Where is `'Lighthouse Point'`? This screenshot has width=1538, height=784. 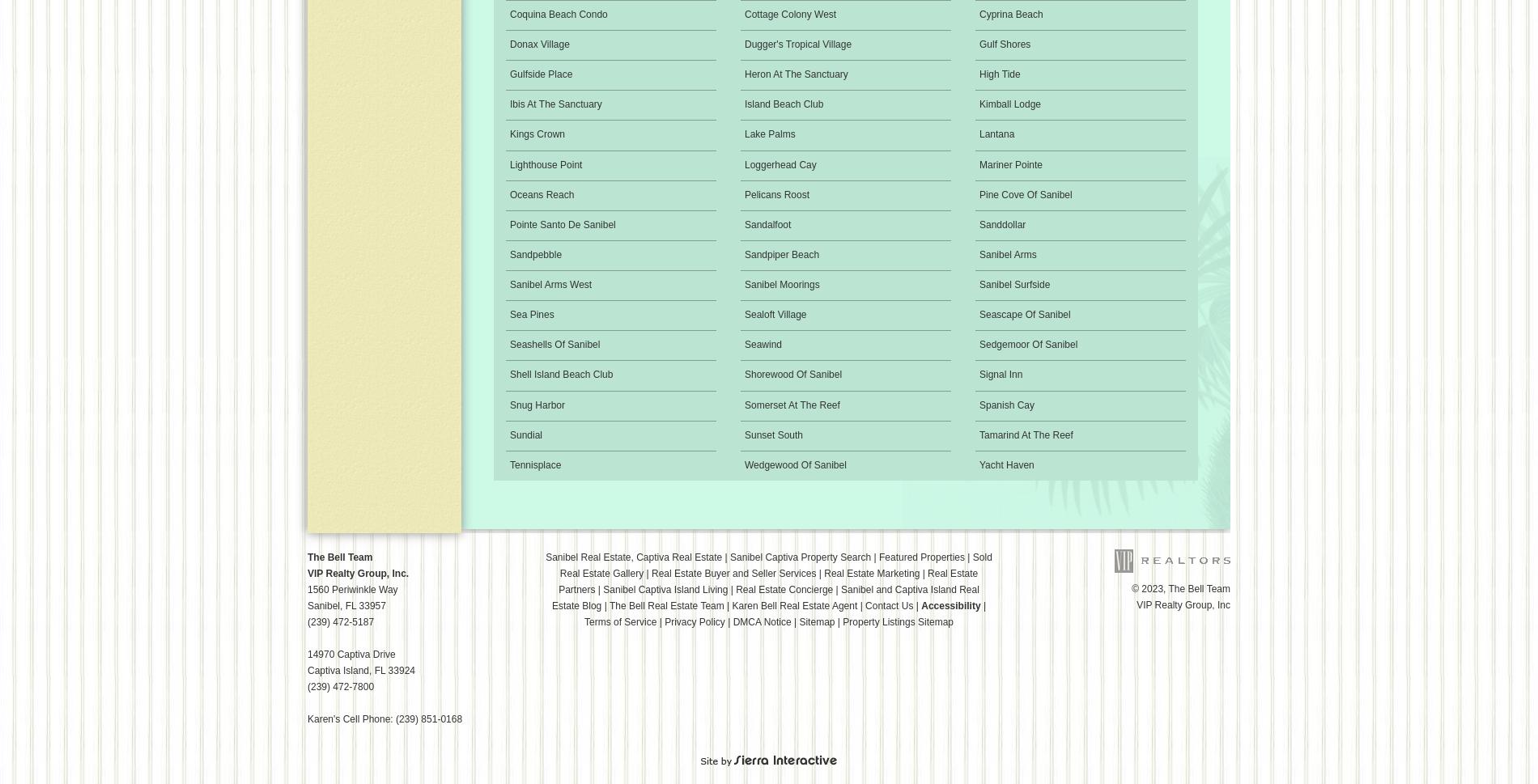
'Lighthouse Point' is located at coordinates (546, 164).